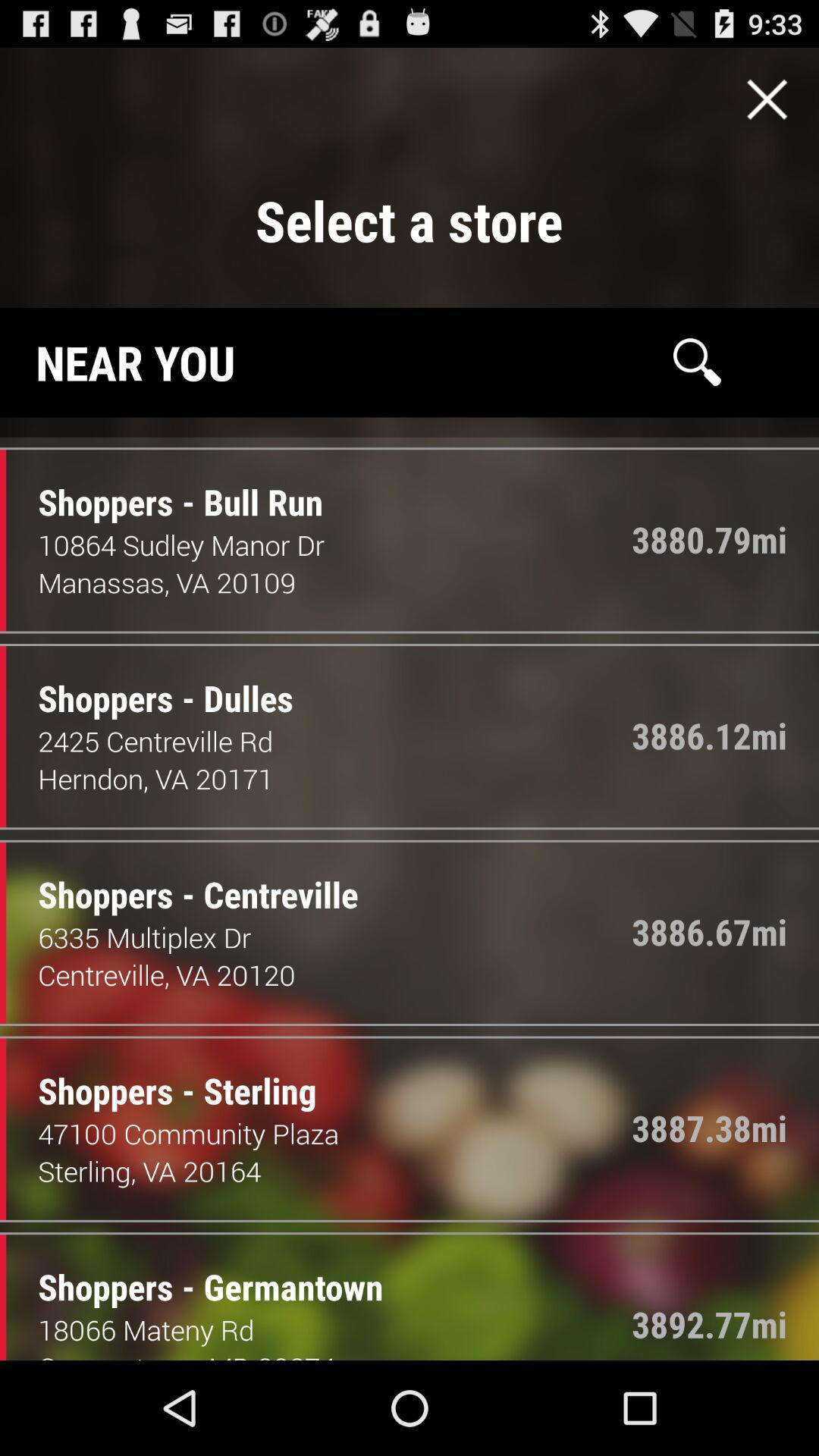  What do you see at coordinates (334, 1133) in the screenshot?
I see `item below the shoppers - sterling  item` at bounding box center [334, 1133].